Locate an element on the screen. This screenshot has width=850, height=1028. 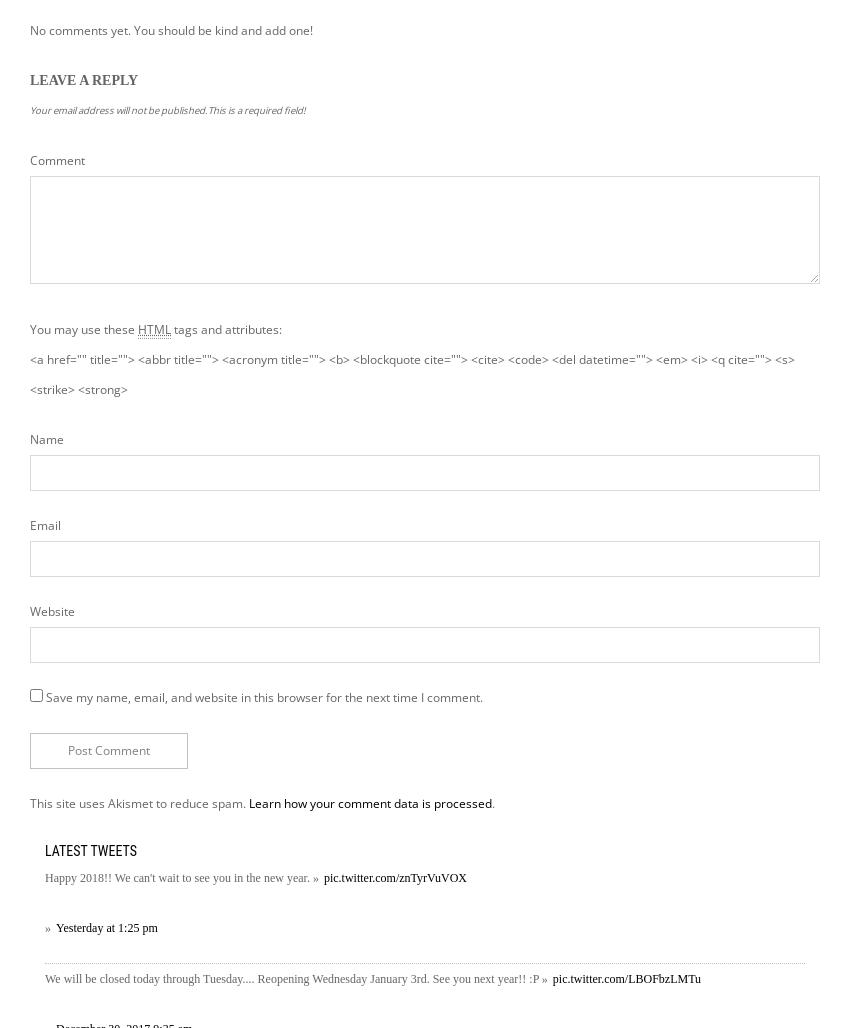
'No comments yet. You should be kind and add one!' is located at coordinates (170, 29).